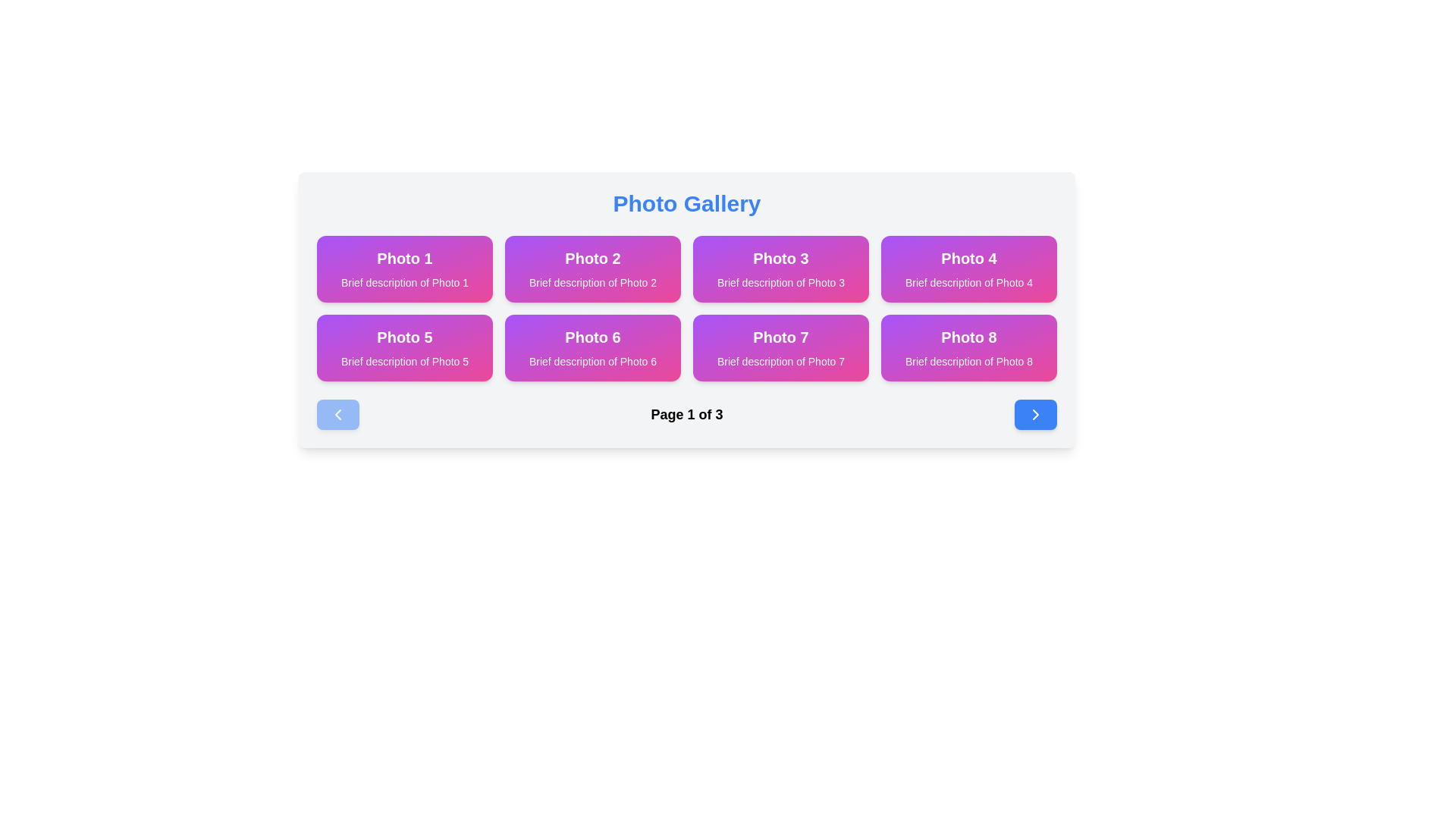  Describe the element at coordinates (686, 415) in the screenshot. I see `the pagination control displaying 'Page 1 of 3' at the bottom center of the photo gallery interface` at that location.